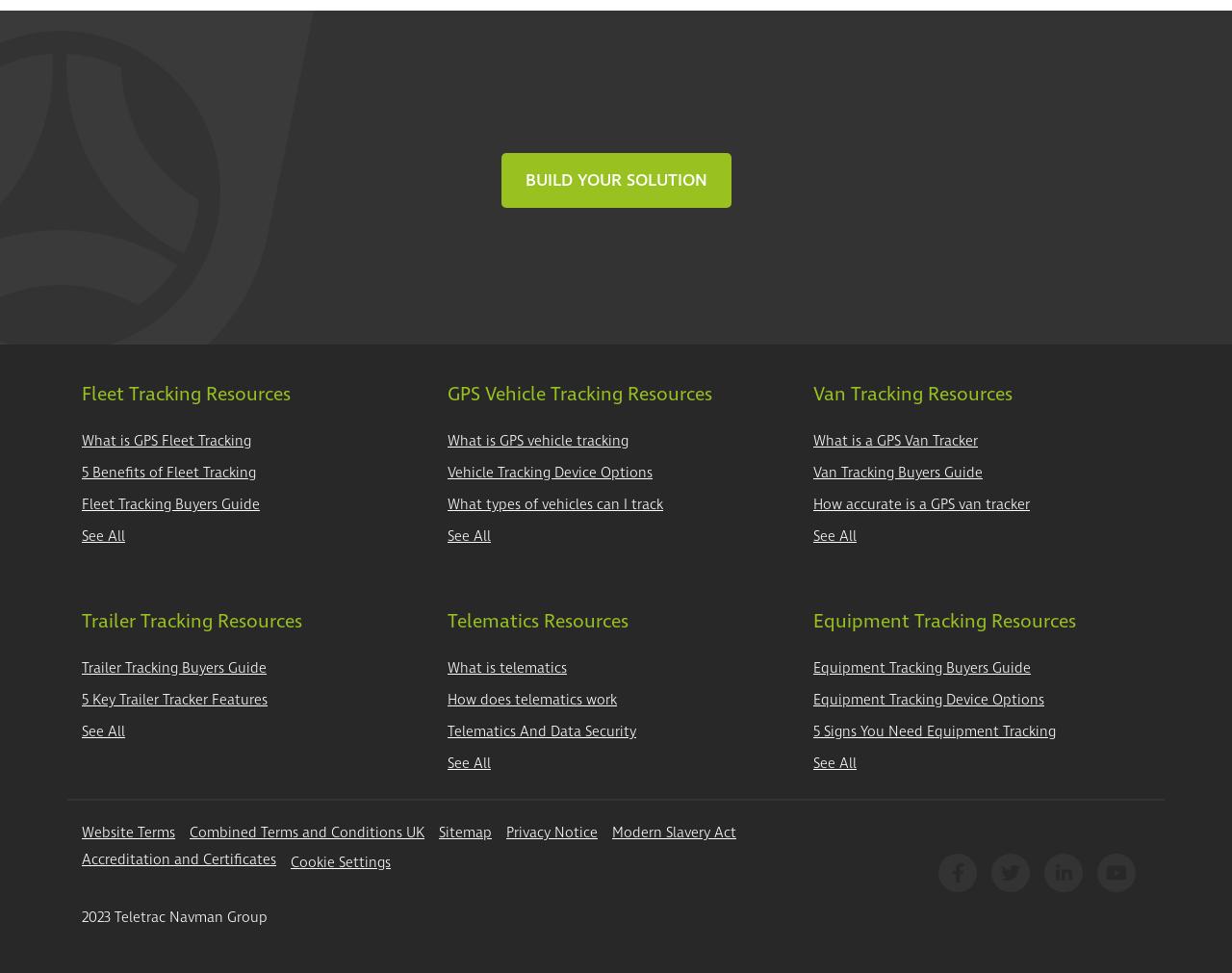 The width and height of the screenshot is (1232, 973). I want to click on 'What is GPS vehicle tracking', so click(537, 440).